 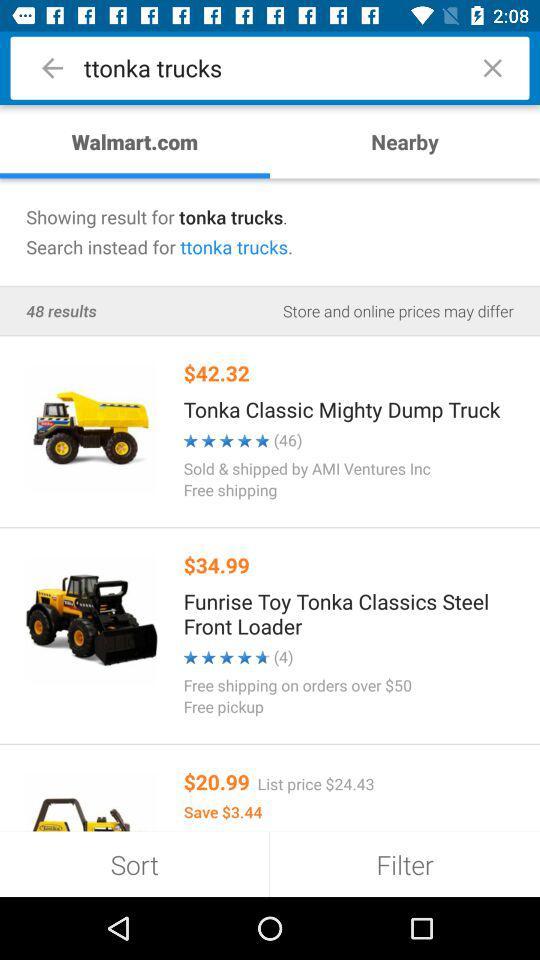 What do you see at coordinates (52, 68) in the screenshot?
I see `the arrow_backward icon` at bounding box center [52, 68].